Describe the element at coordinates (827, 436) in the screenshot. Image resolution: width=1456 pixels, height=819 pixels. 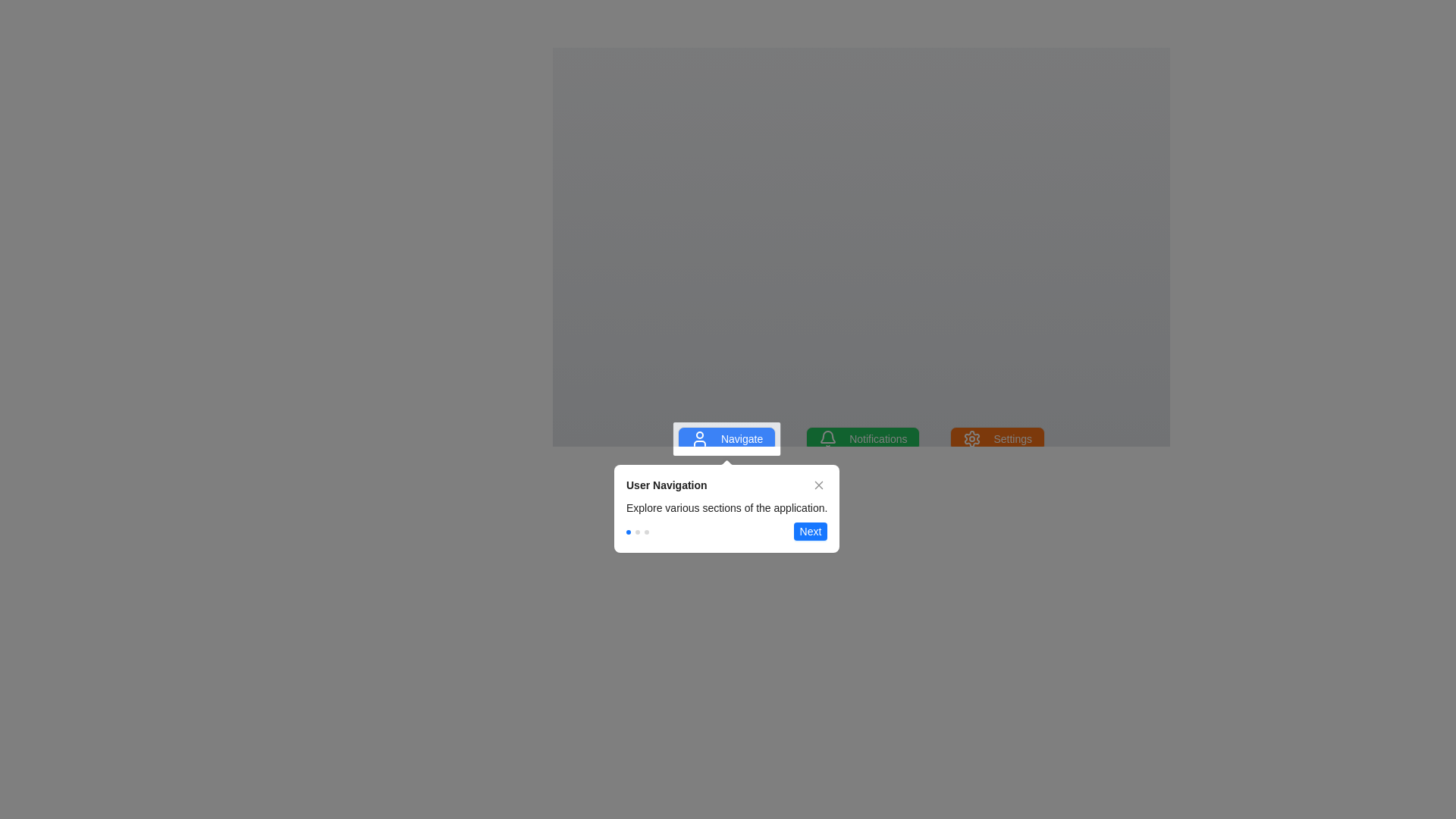
I see `the notification icon located centrally in the top notification bar` at that location.